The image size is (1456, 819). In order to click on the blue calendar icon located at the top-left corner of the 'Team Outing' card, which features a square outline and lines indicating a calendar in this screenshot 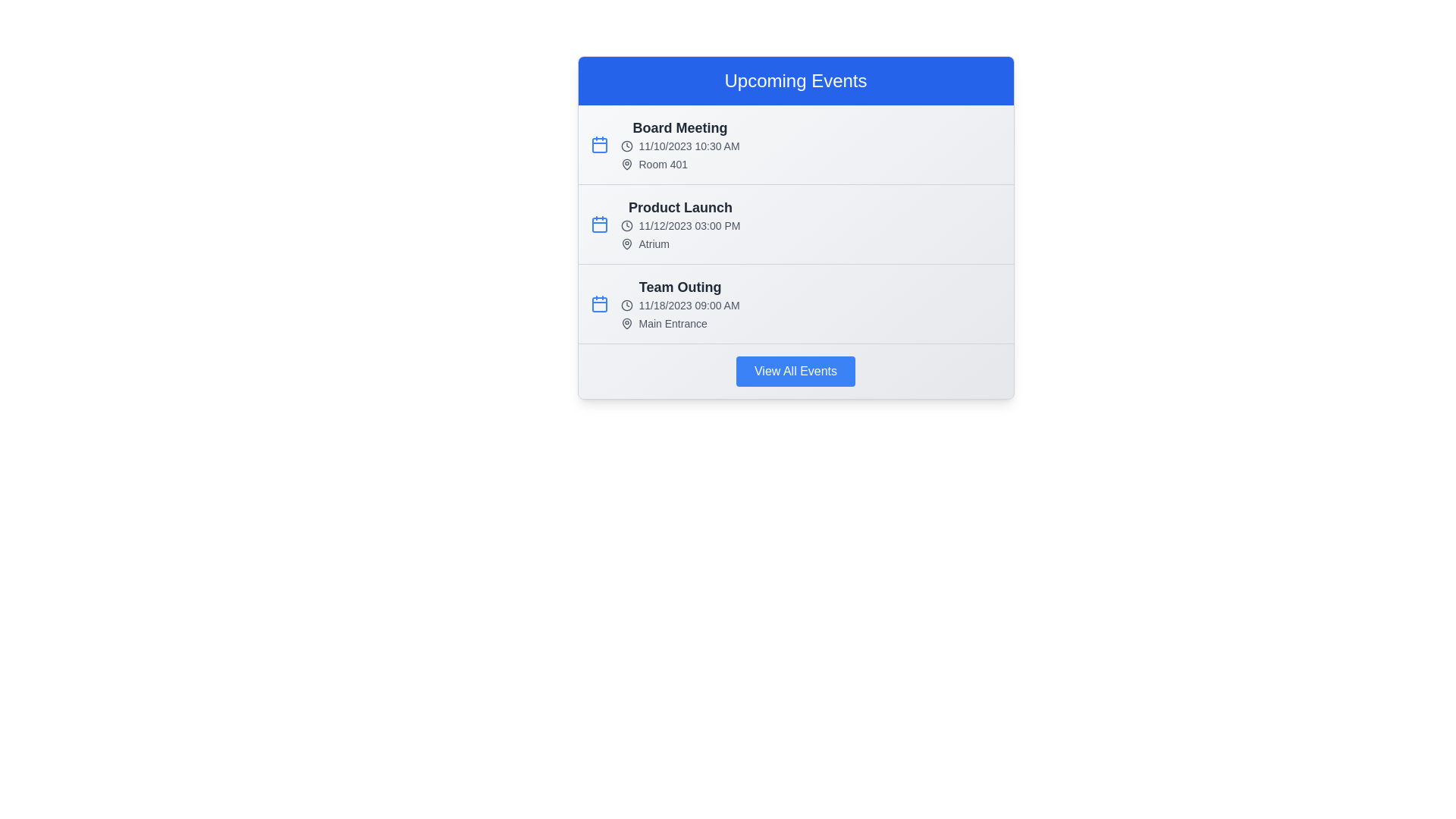, I will do `click(598, 304)`.